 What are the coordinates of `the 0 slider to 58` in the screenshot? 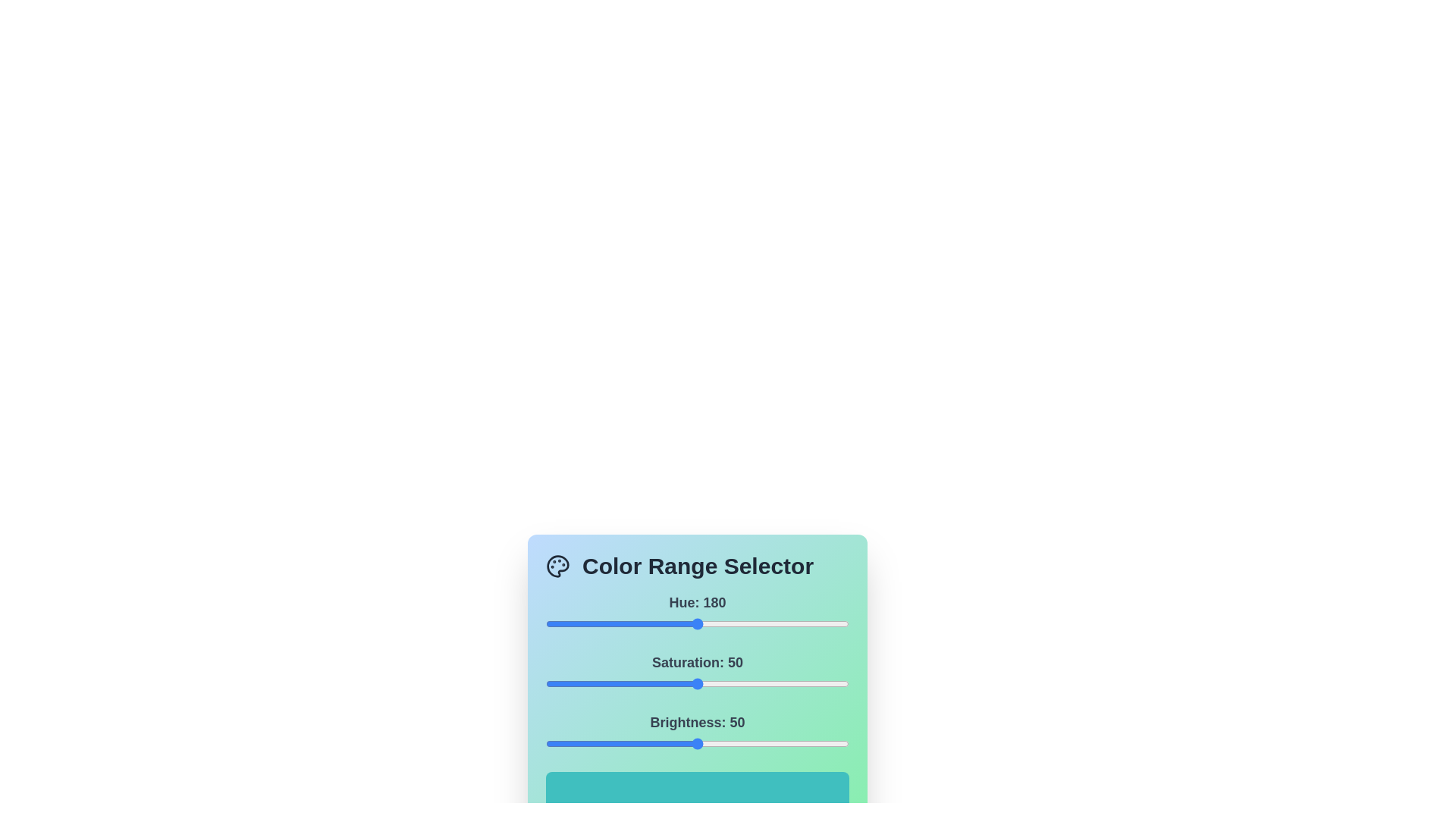 It's located at (594, 623).